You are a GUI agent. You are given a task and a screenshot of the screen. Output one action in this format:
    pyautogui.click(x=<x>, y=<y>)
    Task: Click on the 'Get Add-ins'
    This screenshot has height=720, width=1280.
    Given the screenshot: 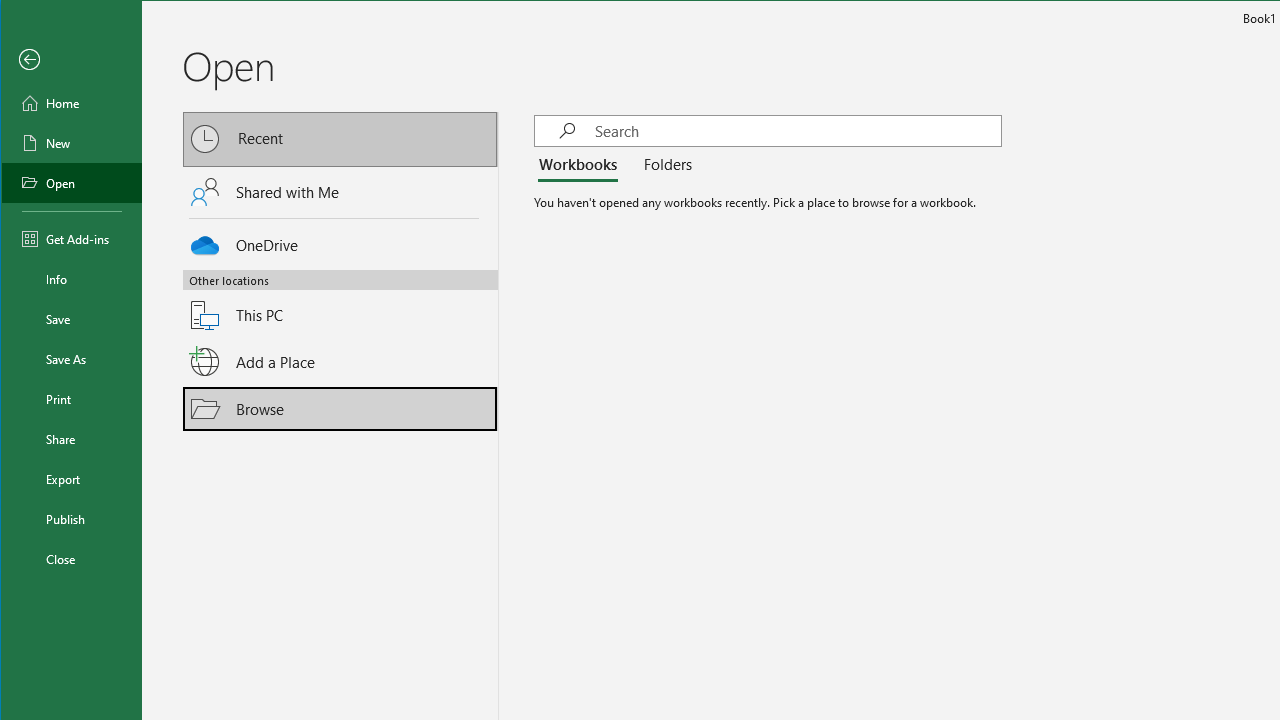 What is the action you would take?
    pyautogui.click(x=72, y=238)
    